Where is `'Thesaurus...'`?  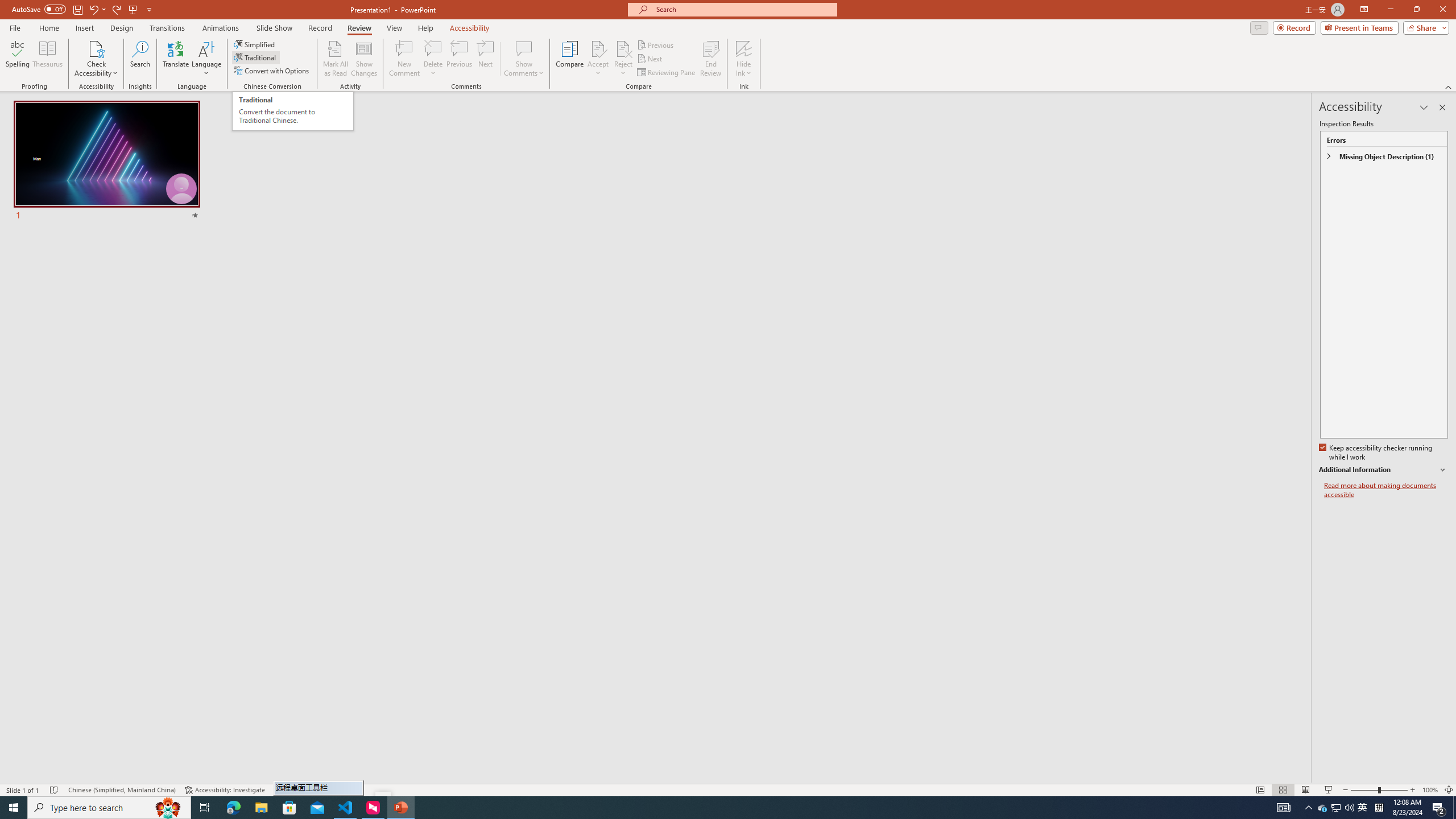 'Thesaurus...' is located at coordinates (47, 59).